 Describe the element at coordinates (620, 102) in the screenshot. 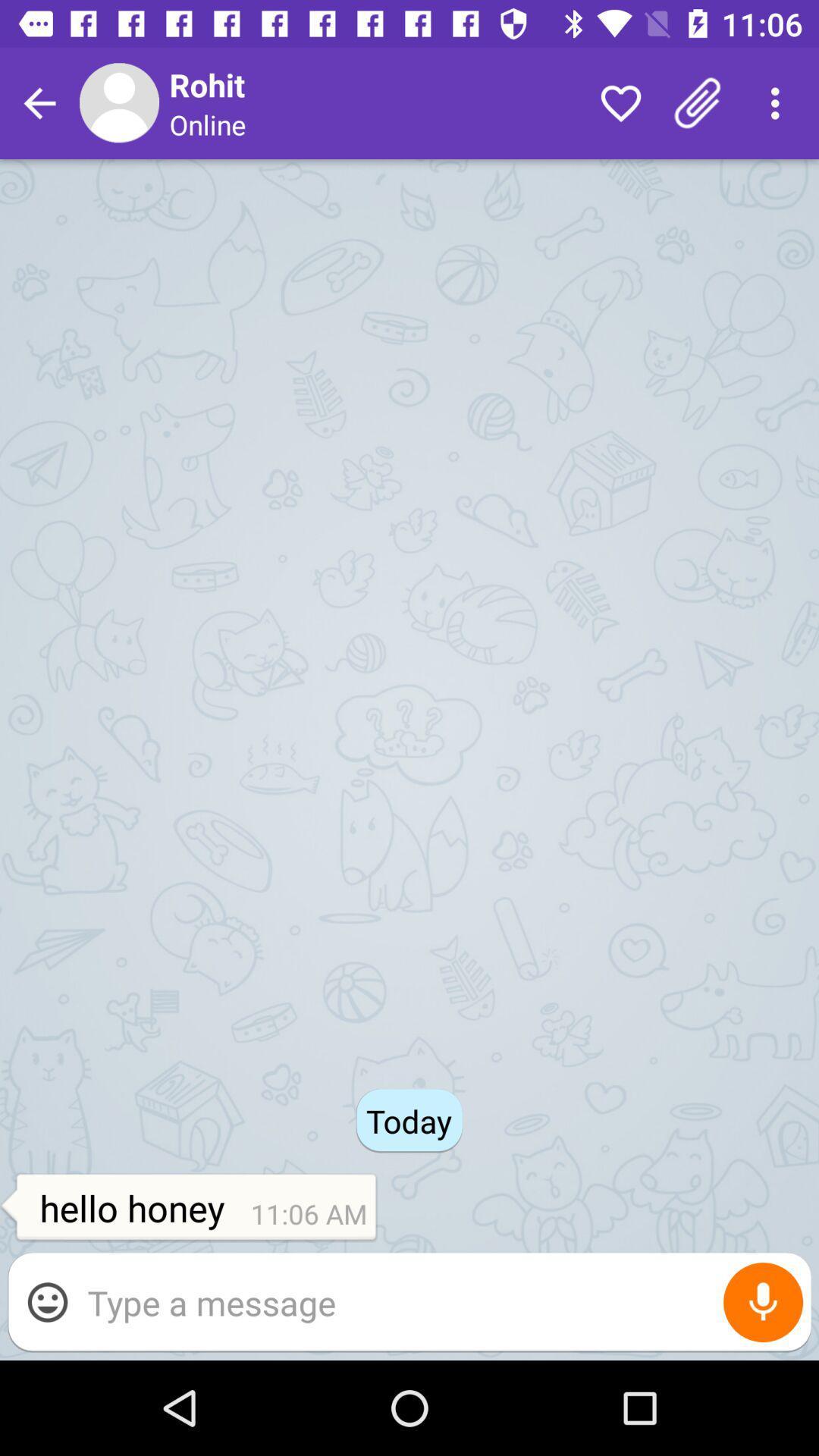

I see `the icon to the right of online item` at that location.